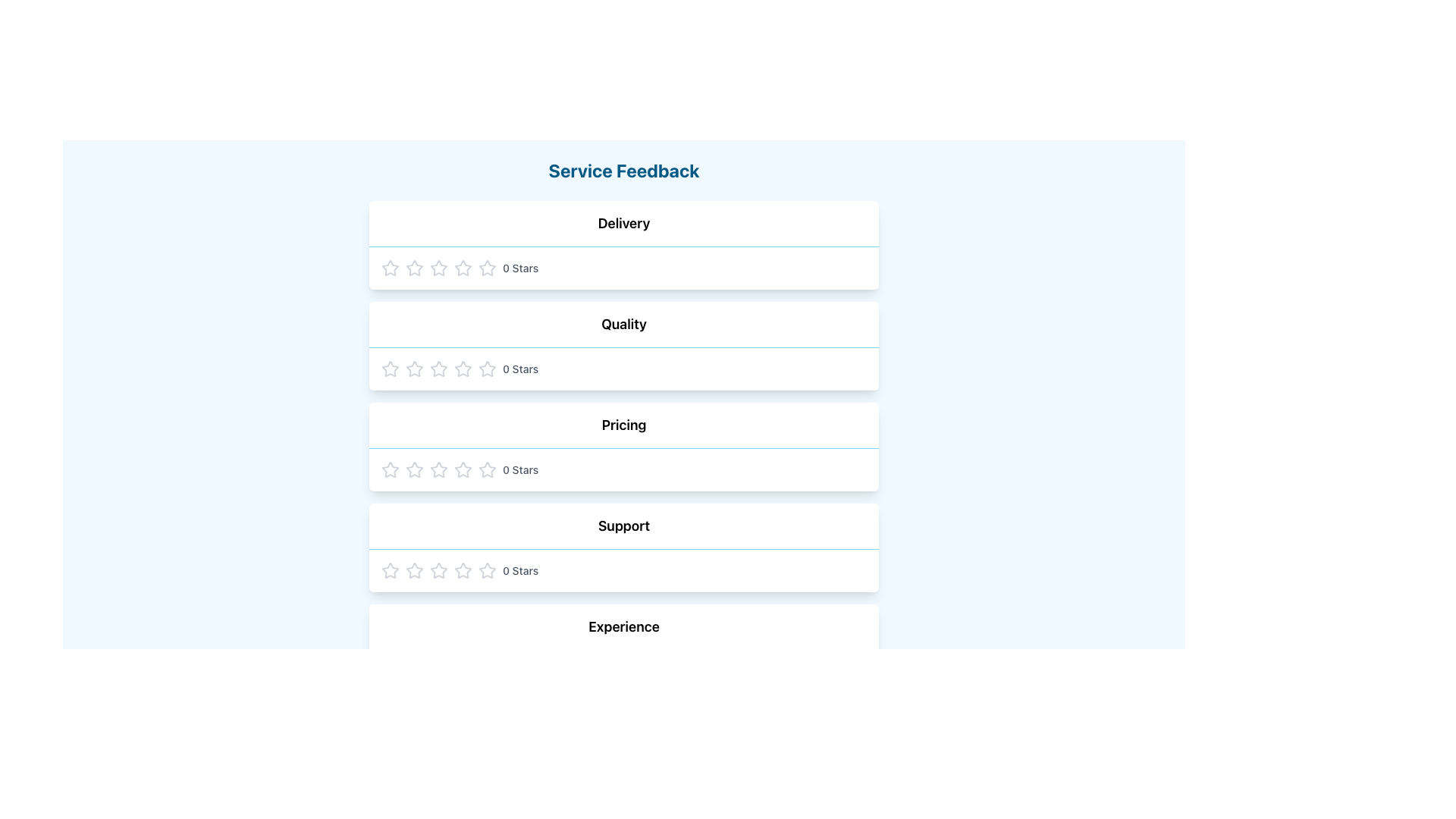  I want to click on the second section header text label that represents service quality, positioned between the 'Delivery' and 'Pricing' sections, so click(623, 324).